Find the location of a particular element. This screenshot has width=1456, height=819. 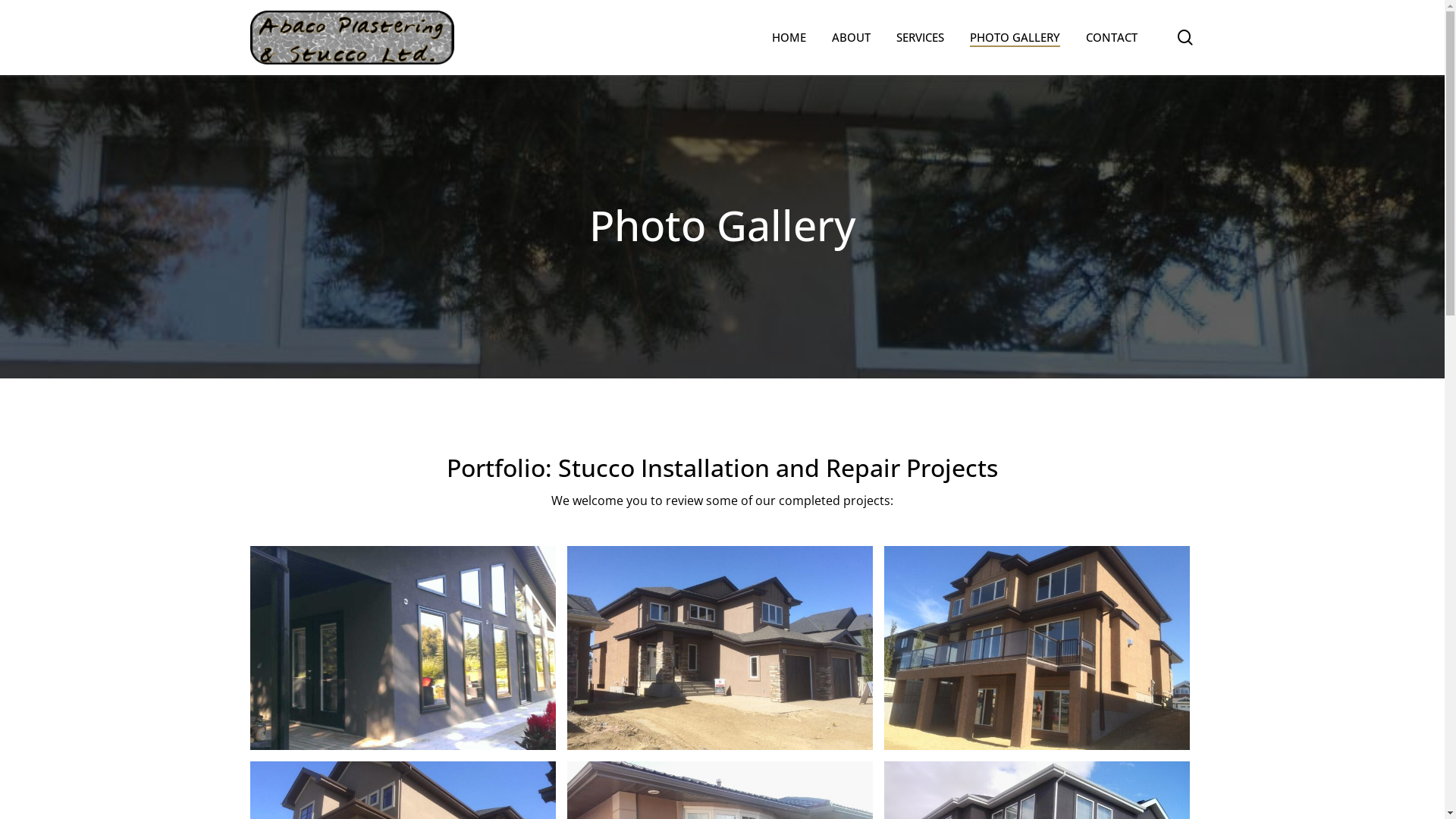

'HOME' is located at coordinates (789, 36).